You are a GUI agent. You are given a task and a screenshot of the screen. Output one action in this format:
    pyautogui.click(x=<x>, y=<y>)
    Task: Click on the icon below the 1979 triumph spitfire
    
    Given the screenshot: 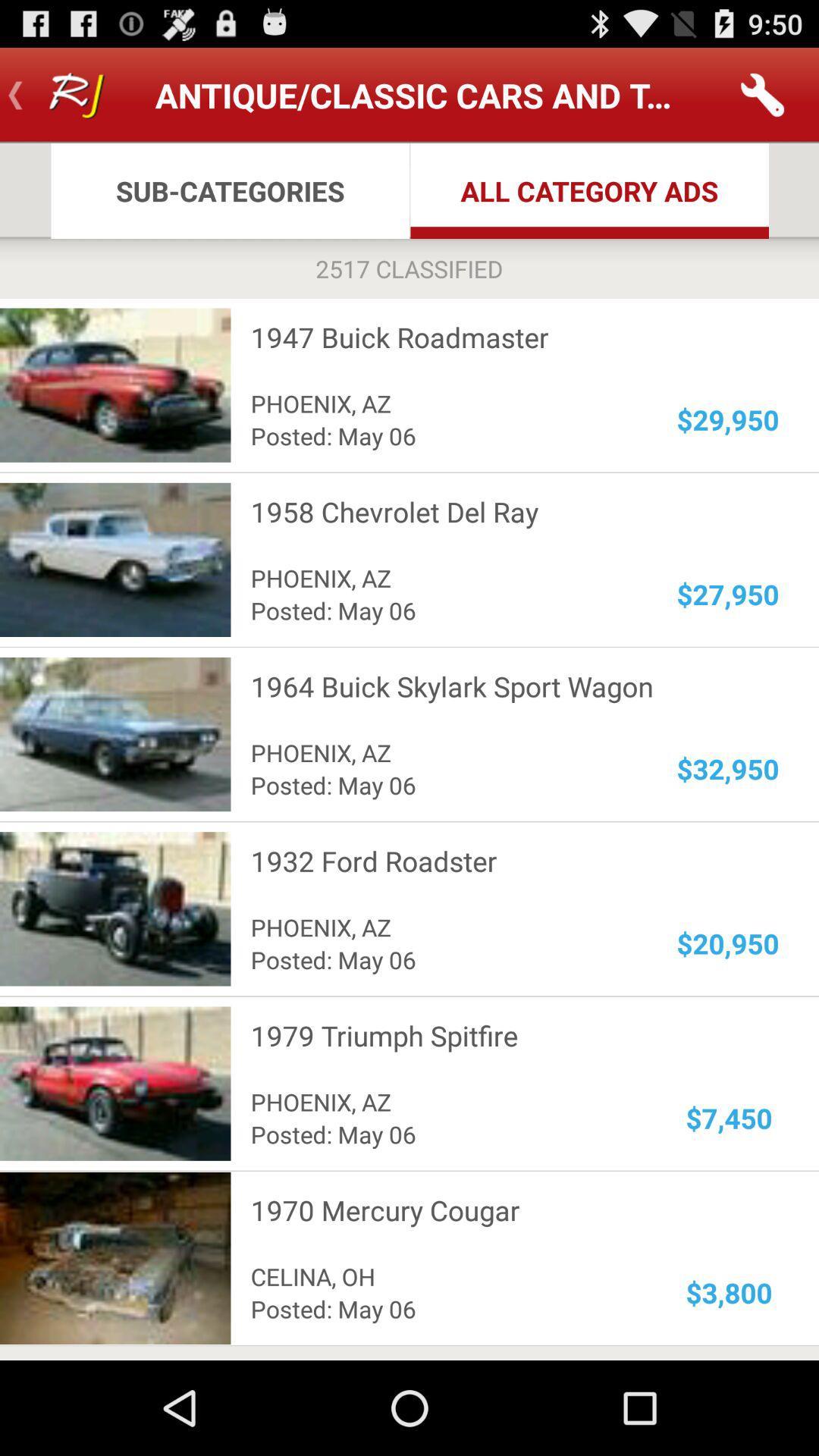 What is the action you would take?
    pyautogui.click(x=728, y=1118)
    